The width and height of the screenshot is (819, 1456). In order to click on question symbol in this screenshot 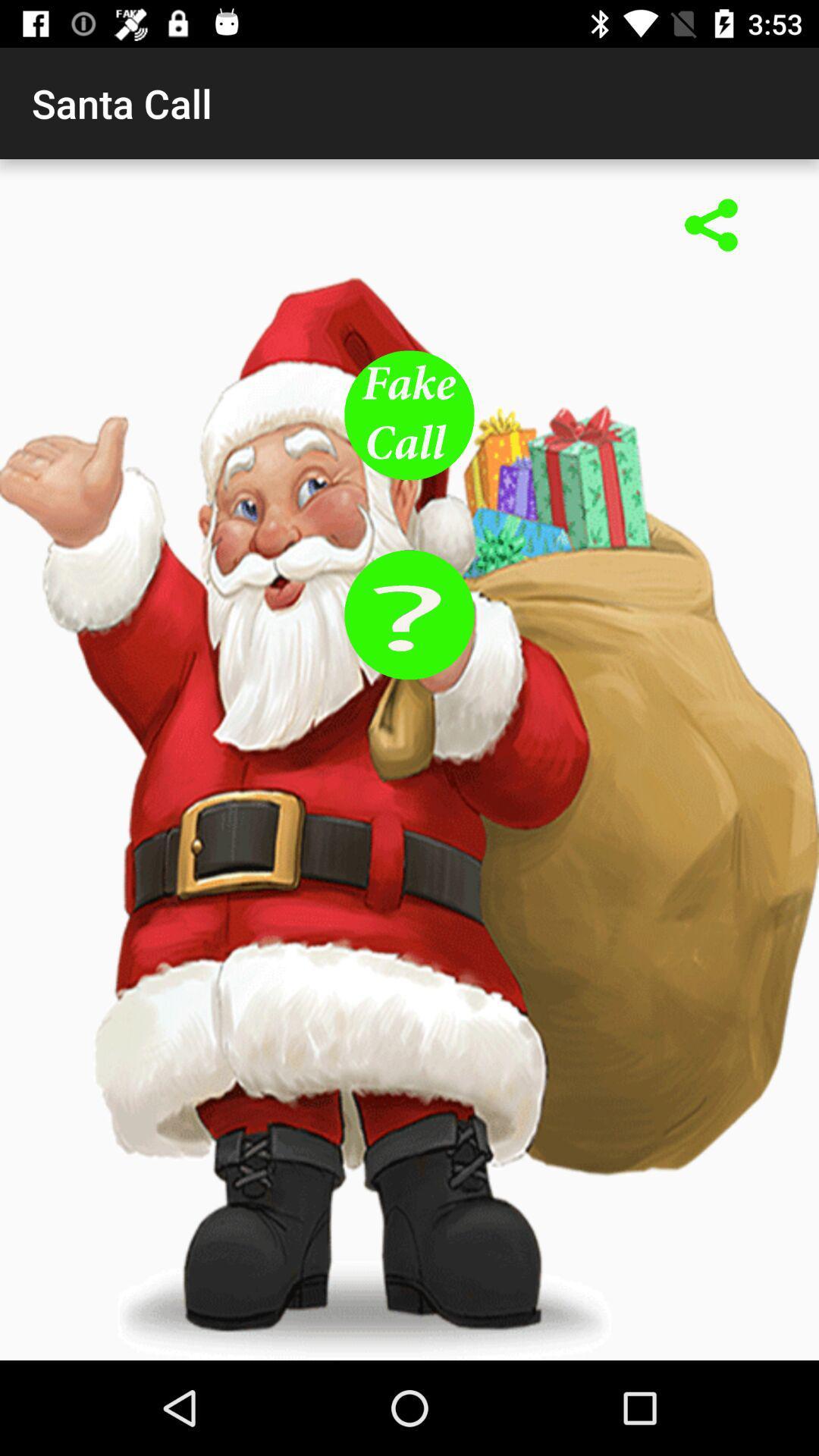, I will do `click(409, 614)`.